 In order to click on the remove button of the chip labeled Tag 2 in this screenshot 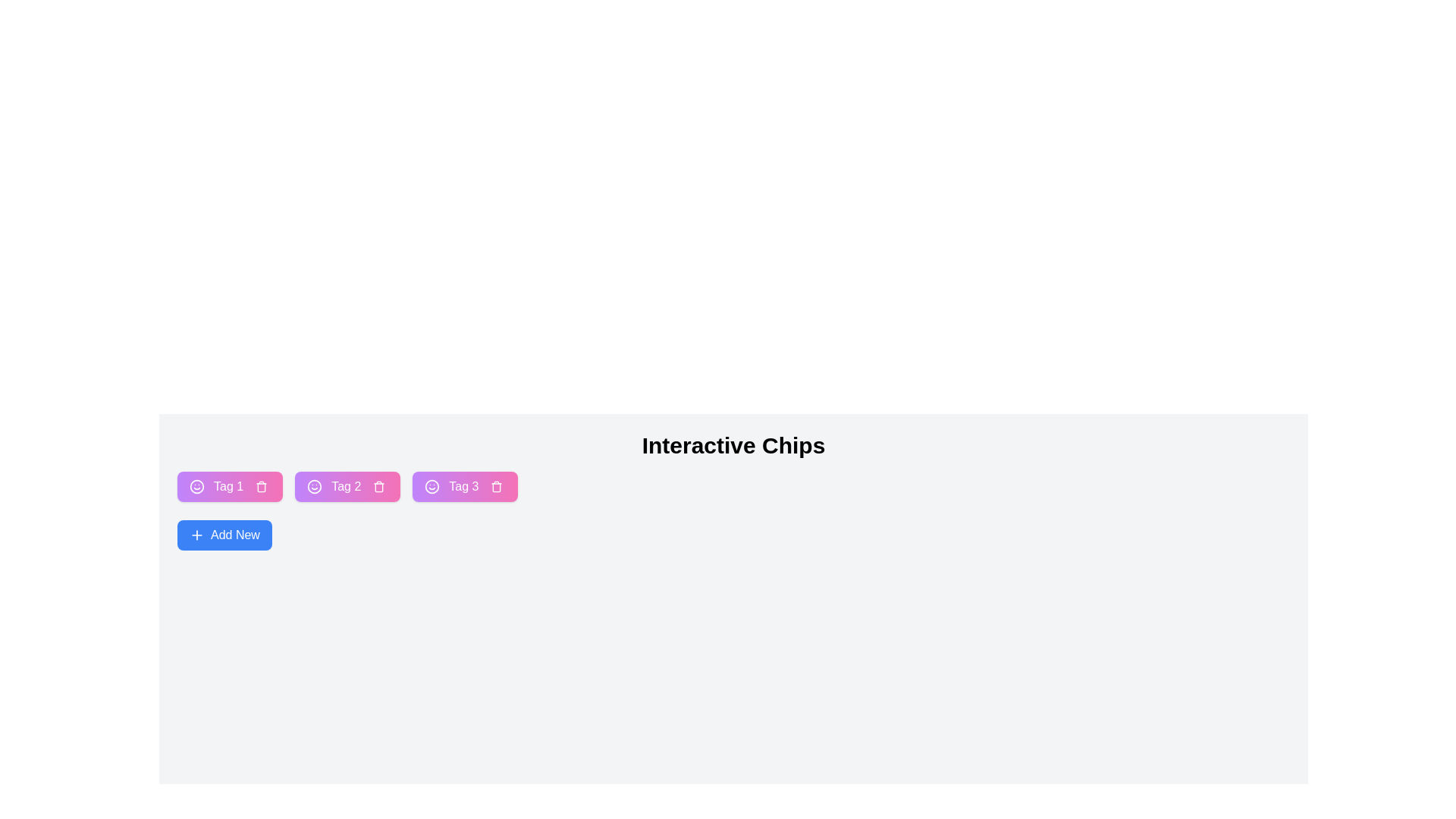, I will do `click(379, 486)`.